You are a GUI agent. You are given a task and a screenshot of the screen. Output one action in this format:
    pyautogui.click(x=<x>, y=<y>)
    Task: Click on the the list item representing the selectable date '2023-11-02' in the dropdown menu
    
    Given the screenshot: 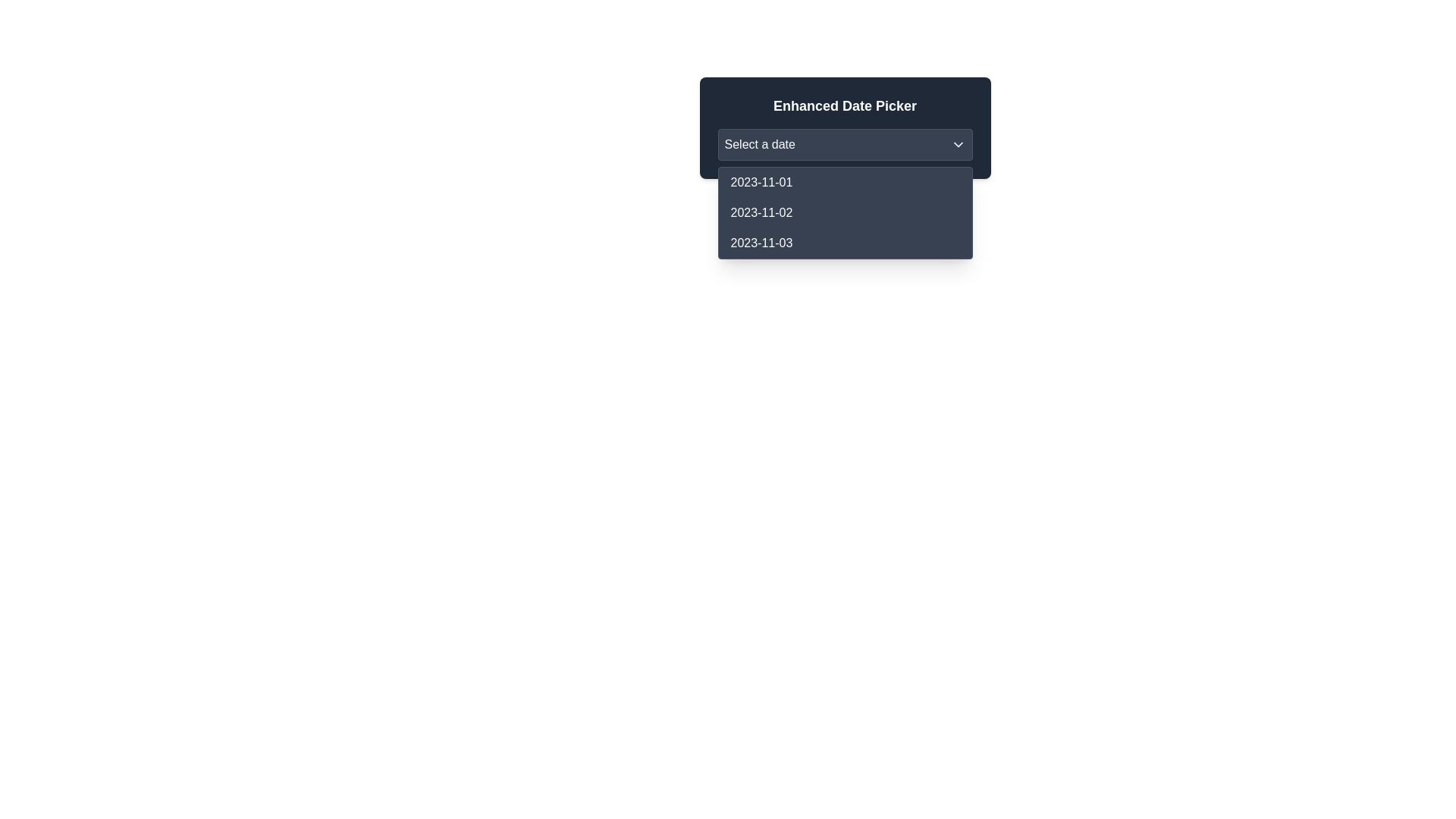 What is the action you would take?
    pyautogui.click(x=844, y=213)
    